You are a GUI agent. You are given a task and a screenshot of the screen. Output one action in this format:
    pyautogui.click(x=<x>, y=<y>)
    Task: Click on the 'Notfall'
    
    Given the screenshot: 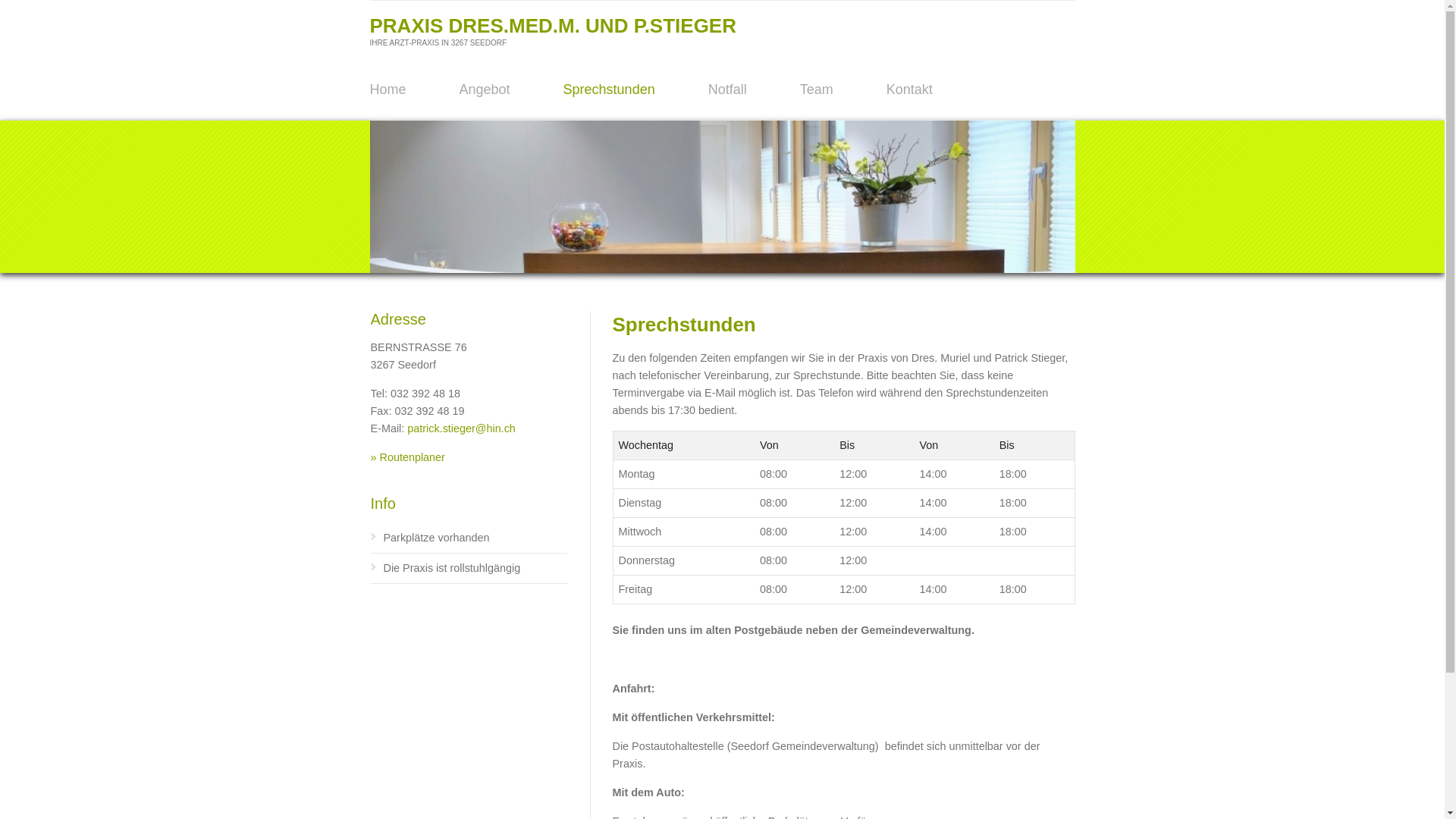 What is the action you would take?
    pyautogui.click(x=726, y=89)
    